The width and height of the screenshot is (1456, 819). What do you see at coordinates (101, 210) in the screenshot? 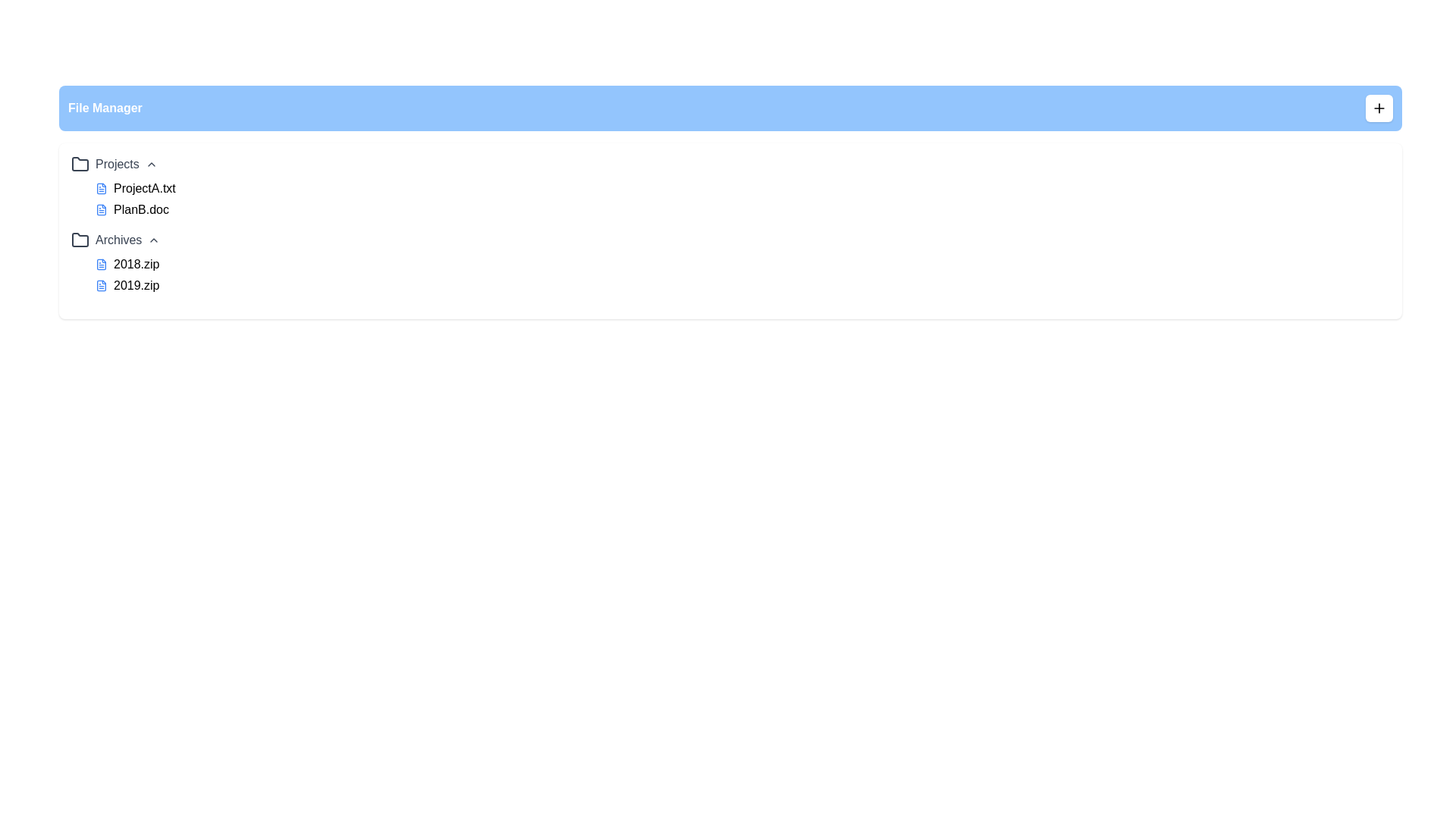
I see `the blue document file icon next` at bounding box center [101, 210].